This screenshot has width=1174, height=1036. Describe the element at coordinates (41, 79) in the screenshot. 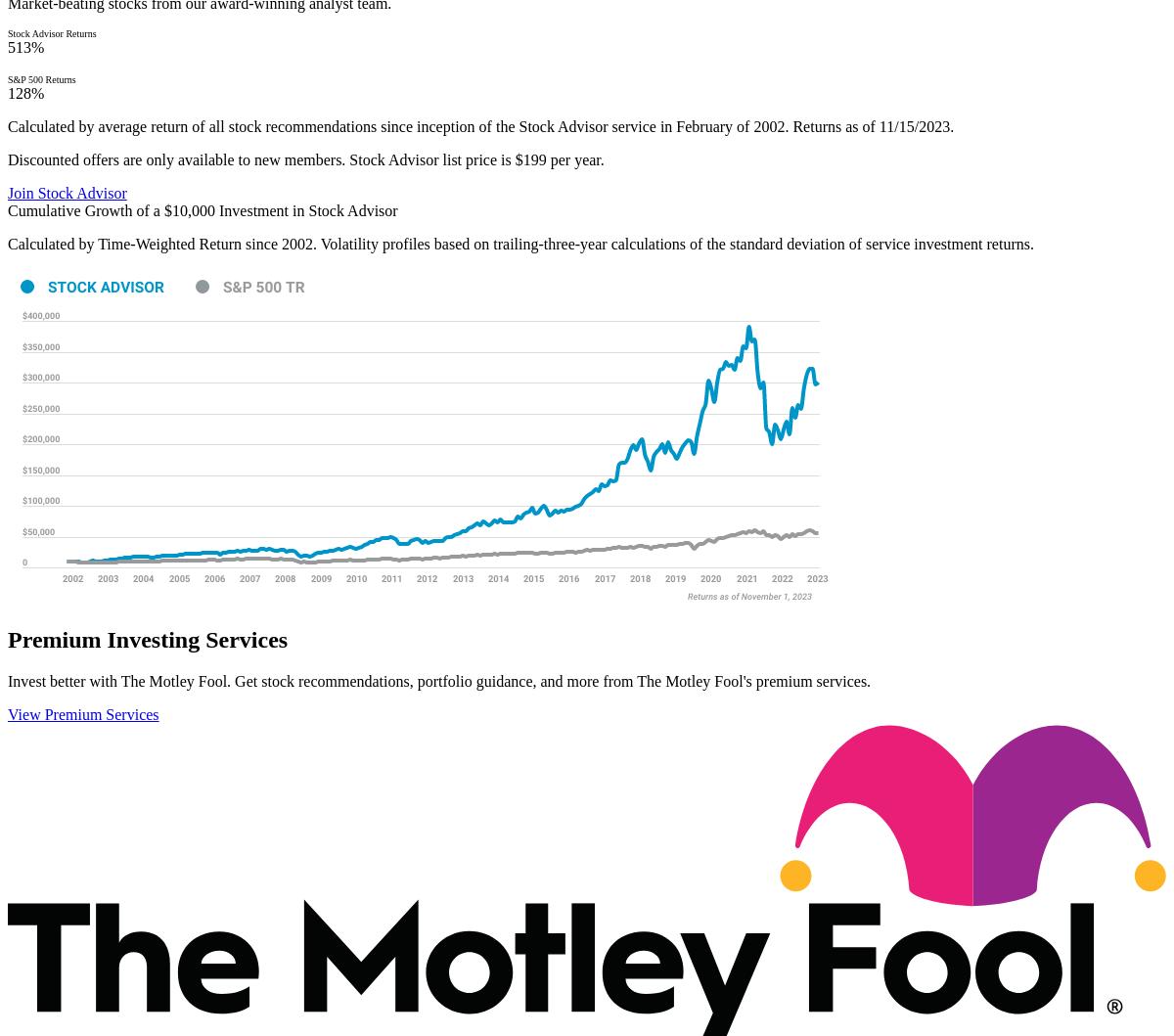

I see `'S&P 500 Returns'` at that location.